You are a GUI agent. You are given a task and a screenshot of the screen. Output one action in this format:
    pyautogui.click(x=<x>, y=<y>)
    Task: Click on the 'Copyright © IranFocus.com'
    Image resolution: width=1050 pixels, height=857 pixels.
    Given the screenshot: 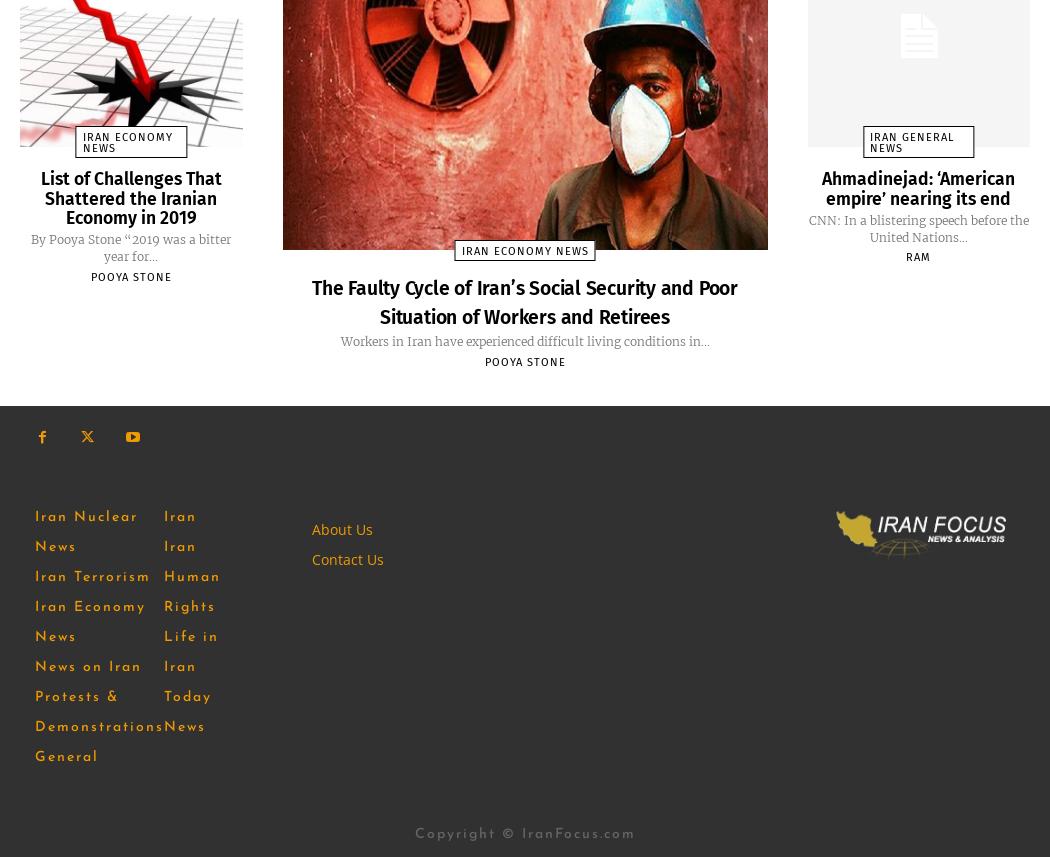 What is the action you would take?
    pyautogui.click(x=523, y=833)
    